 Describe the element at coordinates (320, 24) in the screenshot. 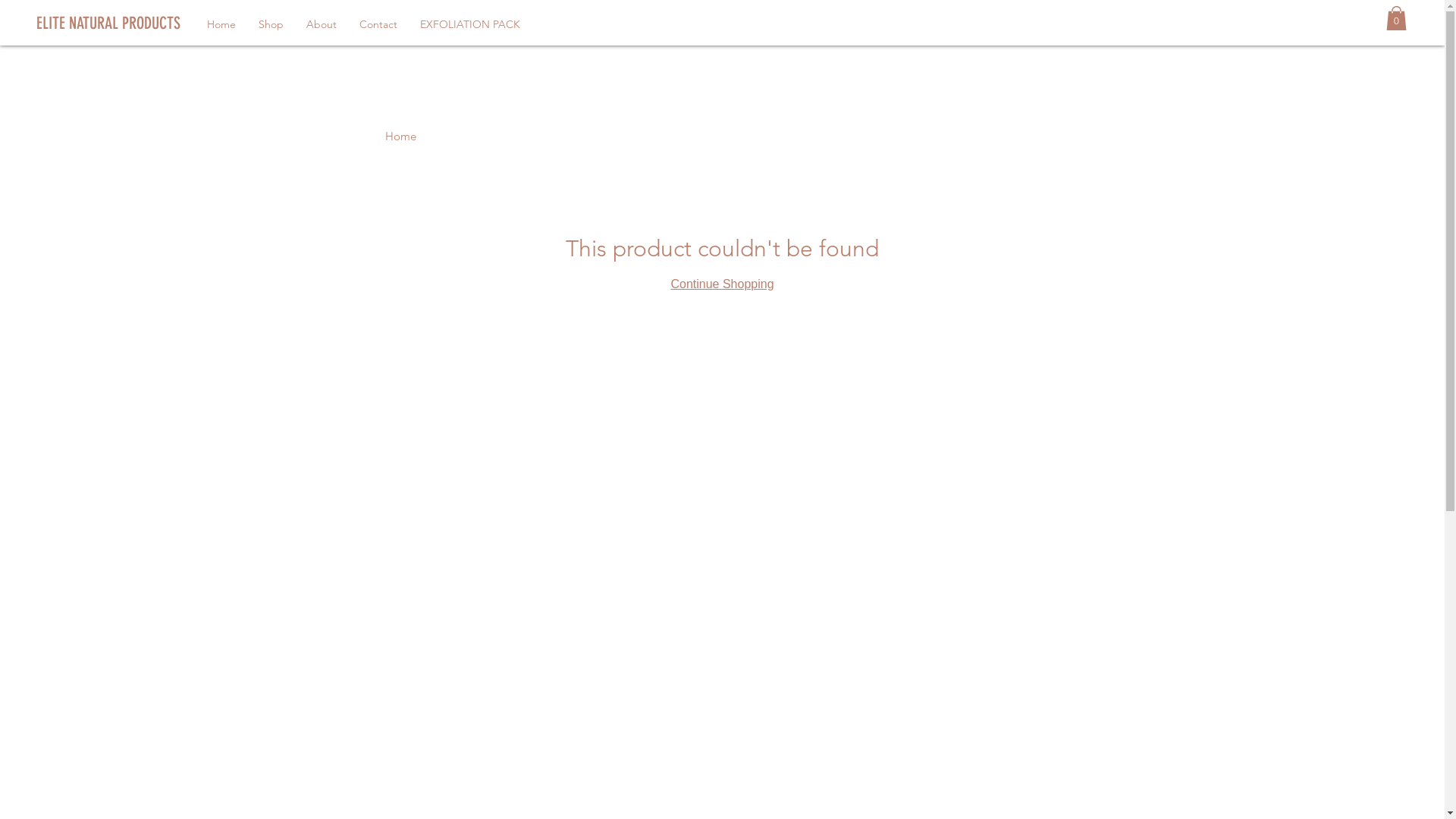

I see `'About'` at that location.